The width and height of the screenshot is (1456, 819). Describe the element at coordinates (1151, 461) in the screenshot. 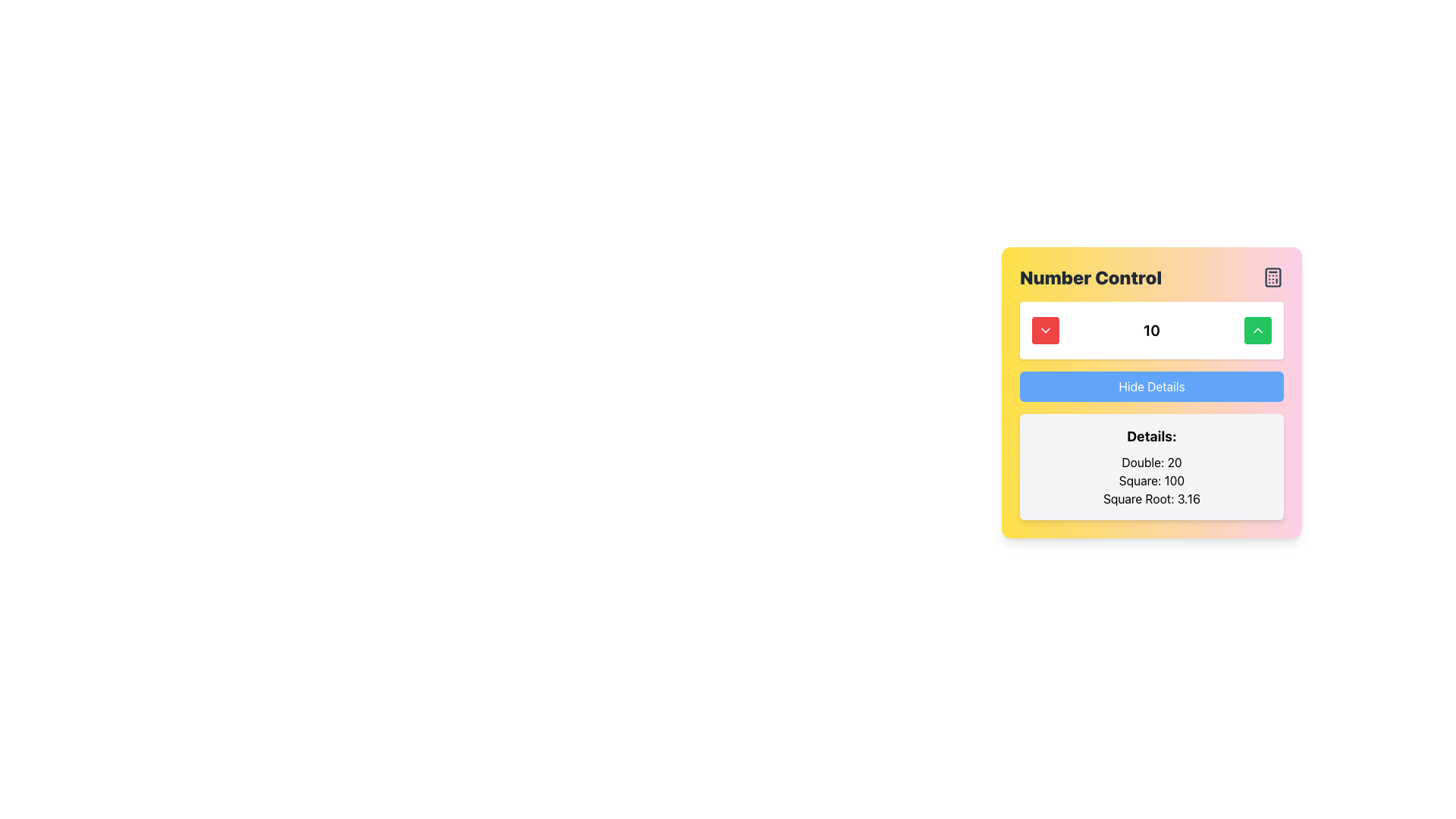

I see `the Text label displaying the numerical output labeled 'Double' with a value of 20, located in the lower section of the 'Details' card` at that location.